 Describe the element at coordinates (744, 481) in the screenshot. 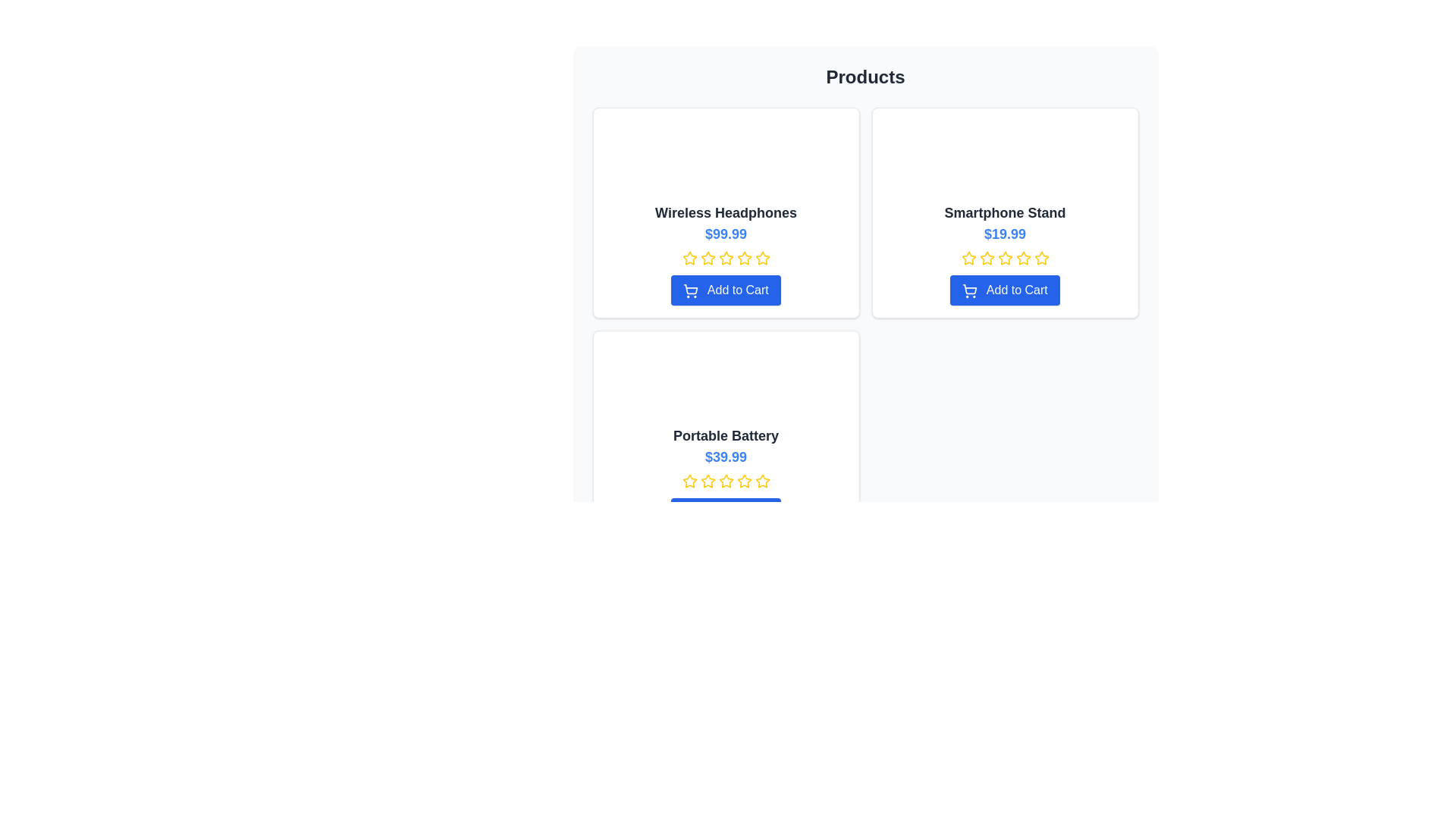

I see `the second star in the rating system under the 'Portable Battery' product to rate it` at that location.